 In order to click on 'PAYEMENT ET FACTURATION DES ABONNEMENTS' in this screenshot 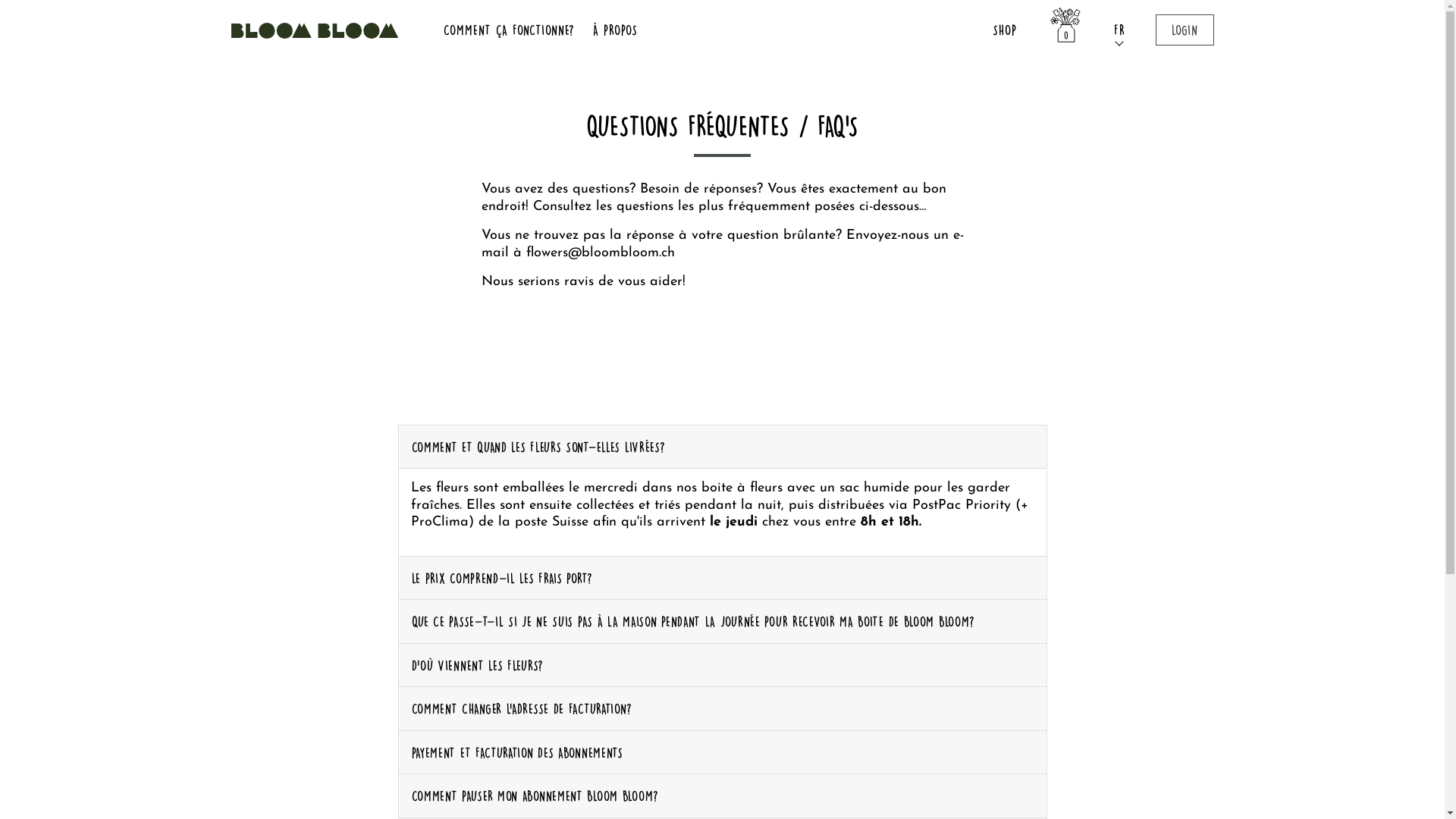, I will do `click(722, 752)`.